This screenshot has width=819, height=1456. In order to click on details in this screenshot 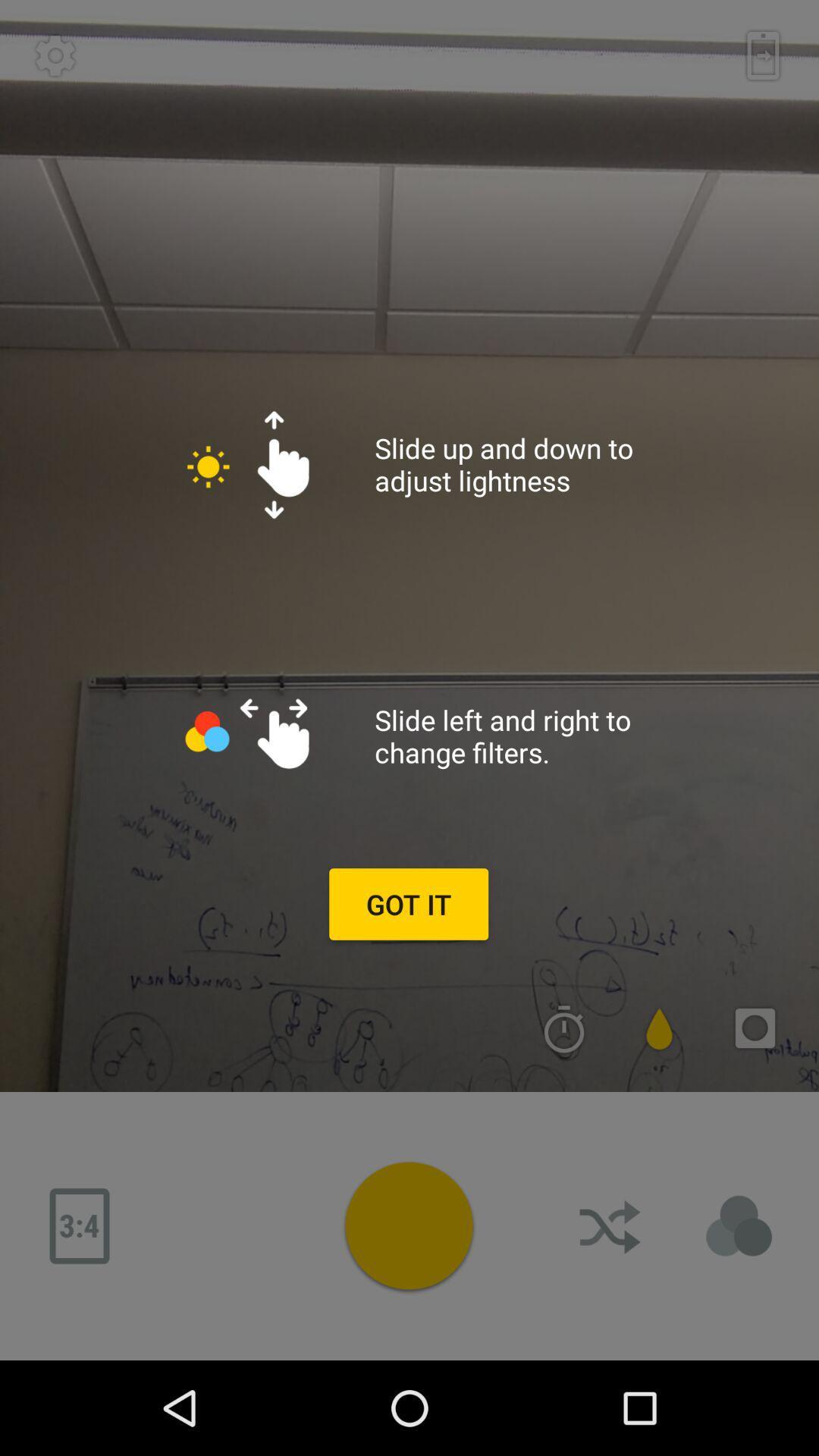, I will do `click(739, 1226)`.